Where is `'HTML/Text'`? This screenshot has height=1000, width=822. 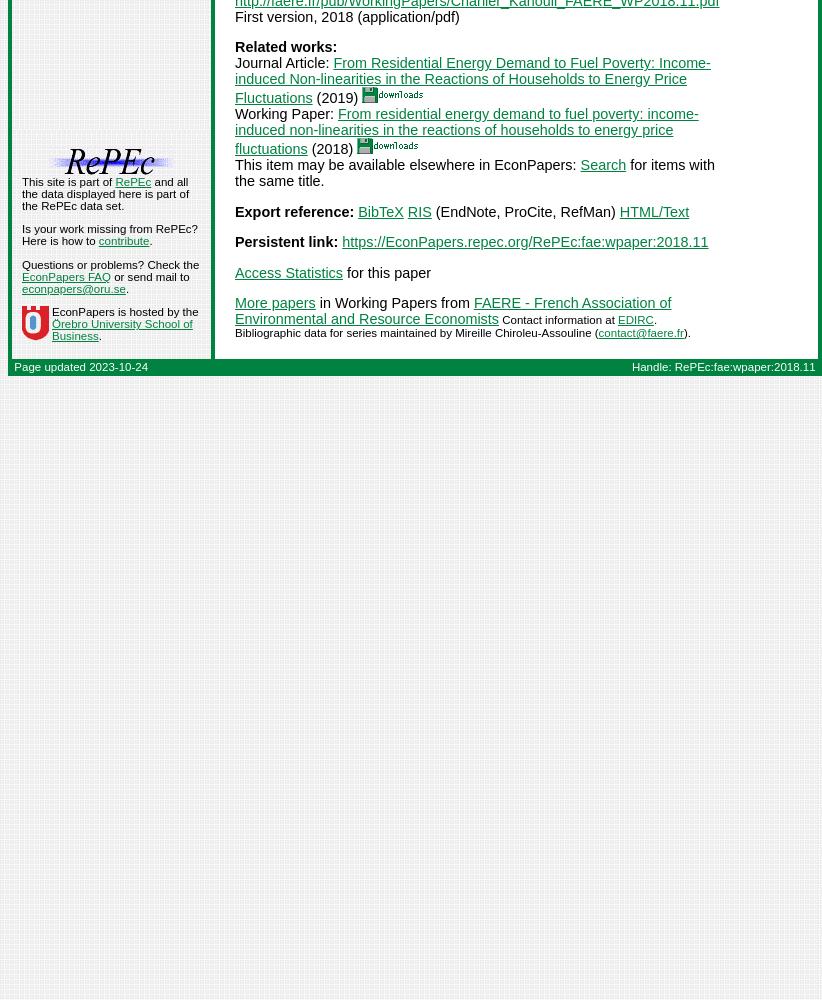 'HTML/Text' is located at coordinates (653, 210).